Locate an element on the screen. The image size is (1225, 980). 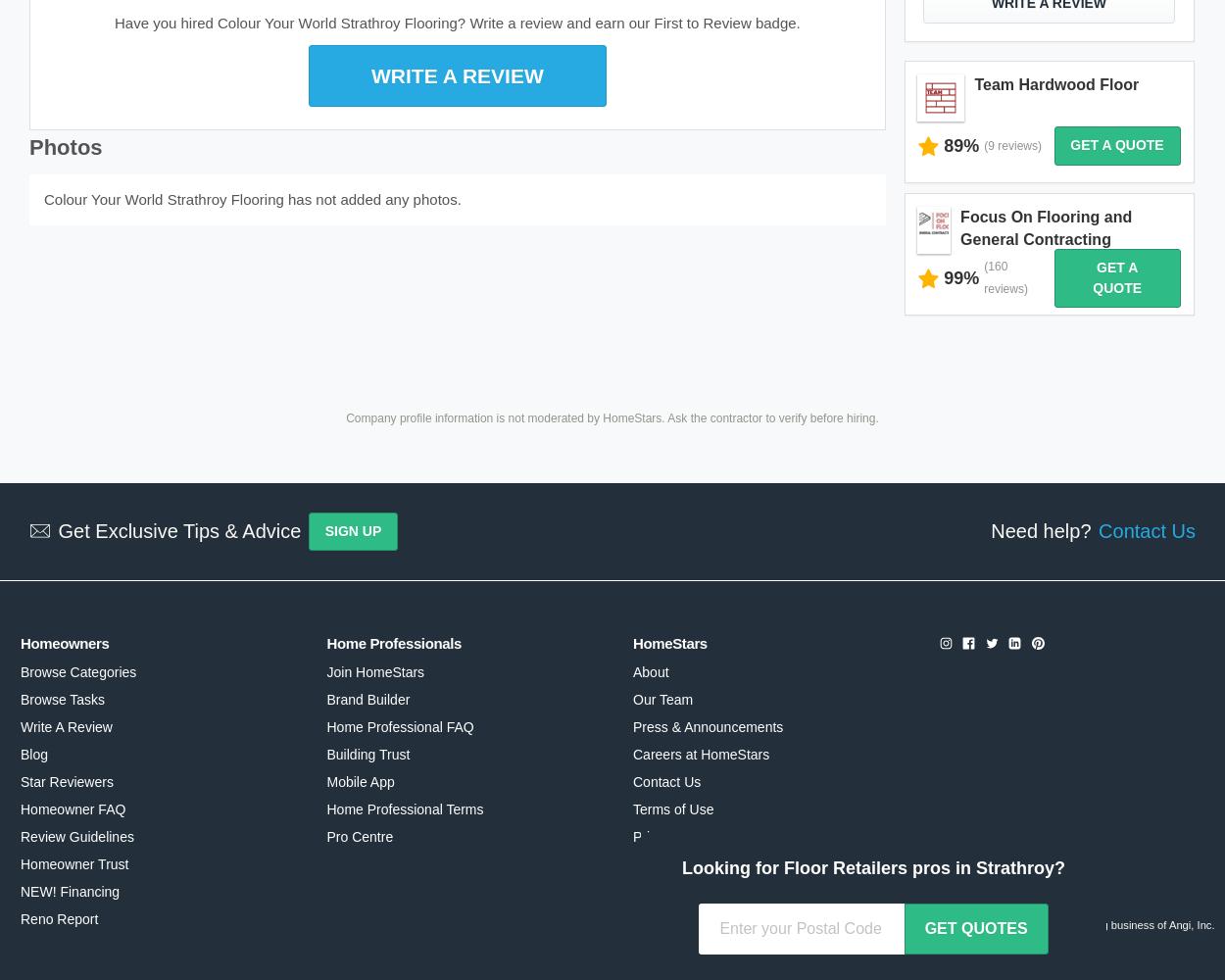
'160' is located at coordinates (998, 267).